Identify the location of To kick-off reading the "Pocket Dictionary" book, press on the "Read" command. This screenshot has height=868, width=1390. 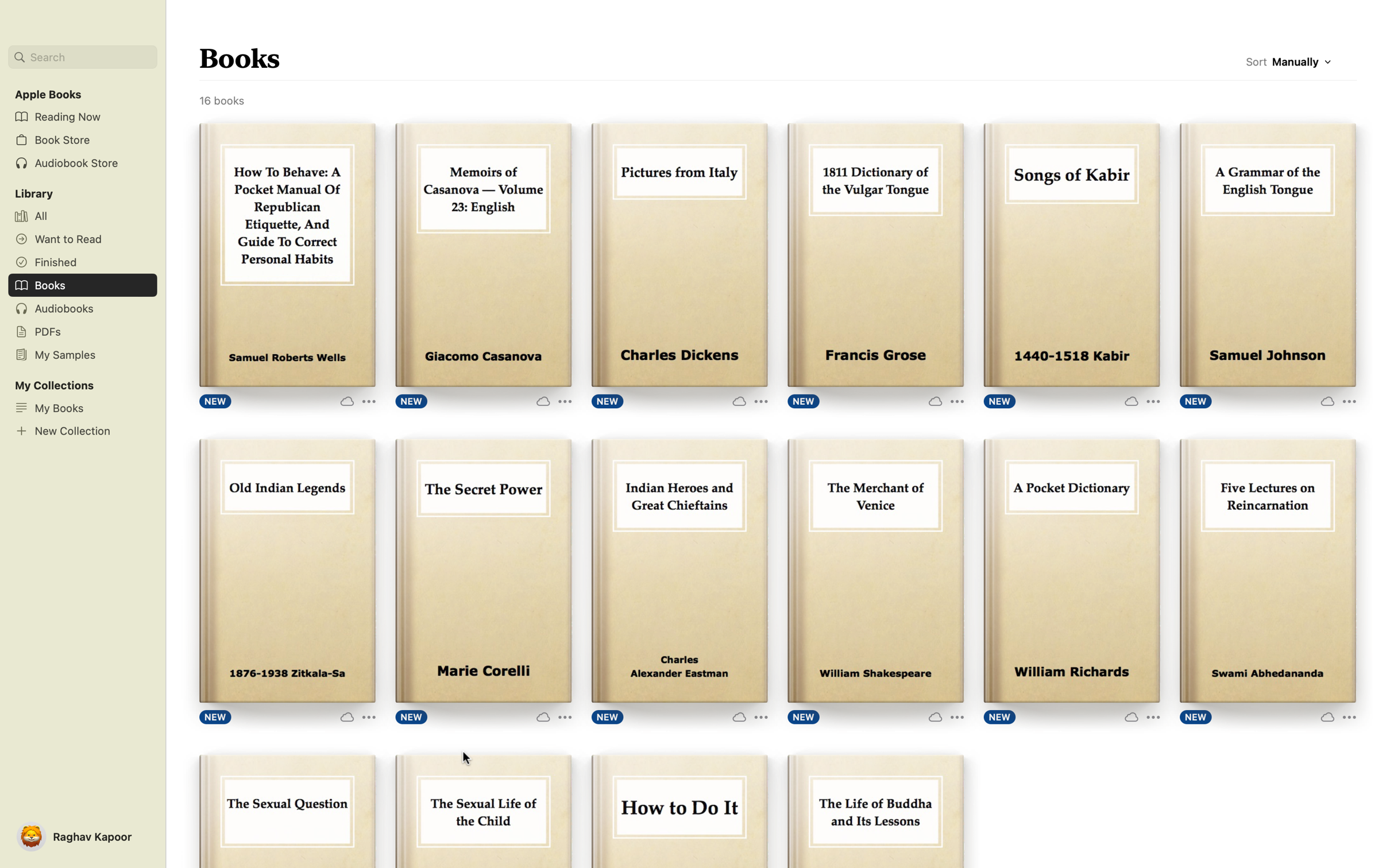
(1071, 569).